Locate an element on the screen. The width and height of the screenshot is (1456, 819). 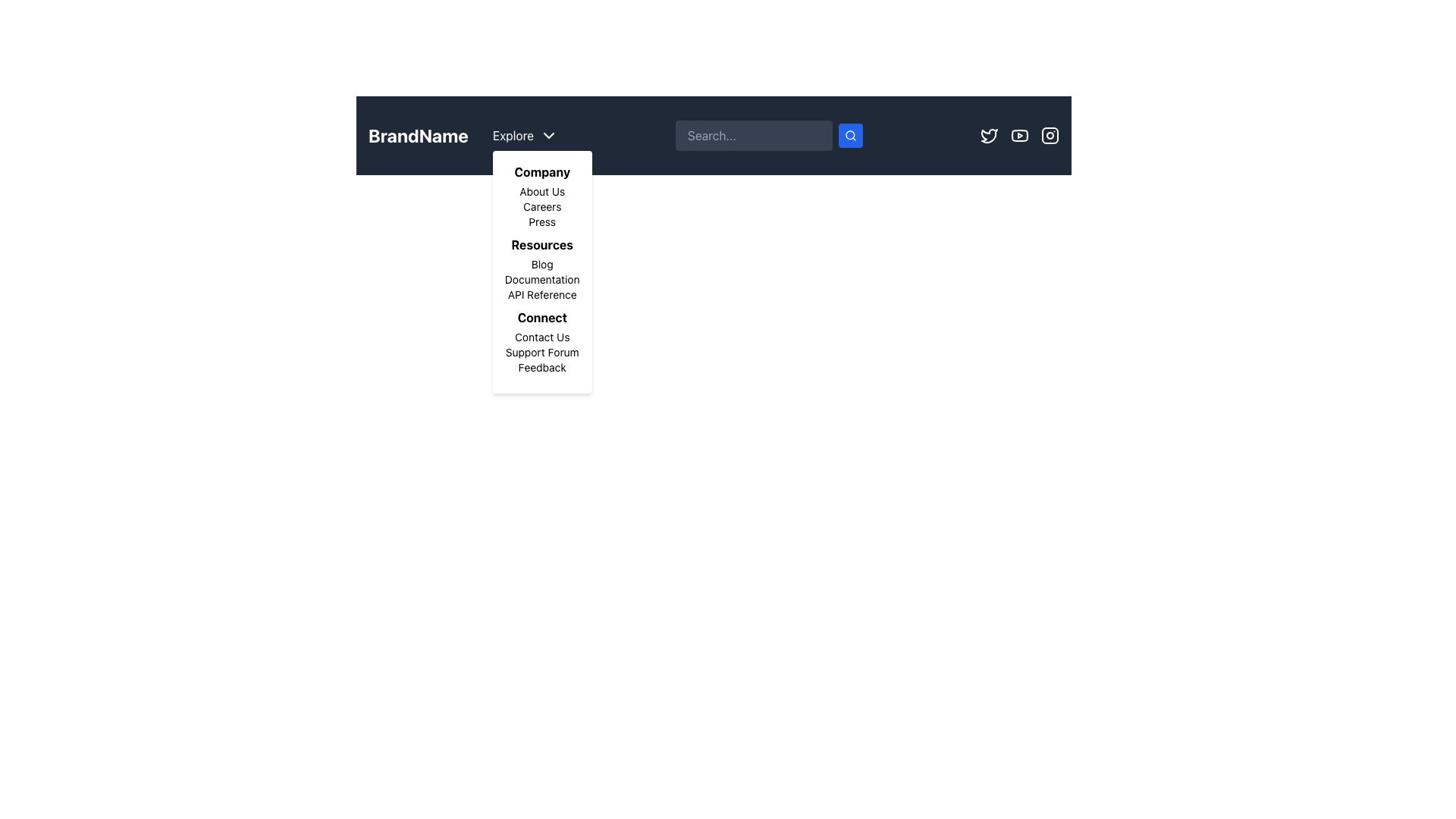
the YouTube icon, which is the second item in the row of social media icons in the top-right corner of the navigation bar is located at coordinates (1019, 134).